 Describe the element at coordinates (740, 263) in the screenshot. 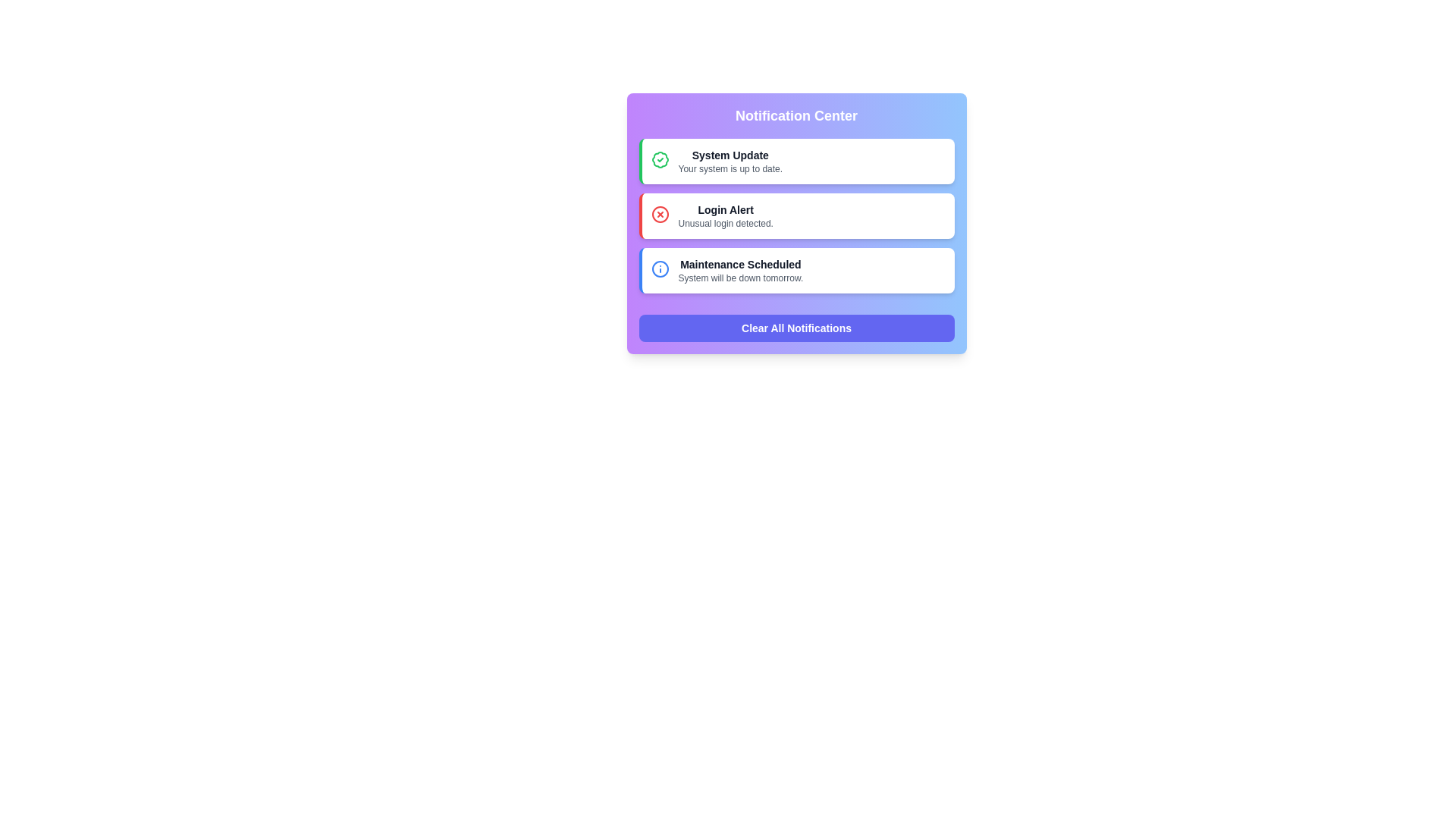

I see `the Text Label that serves as the title or header of a notification, which is located above the text 'System will be down tomorrow.'` at that location.